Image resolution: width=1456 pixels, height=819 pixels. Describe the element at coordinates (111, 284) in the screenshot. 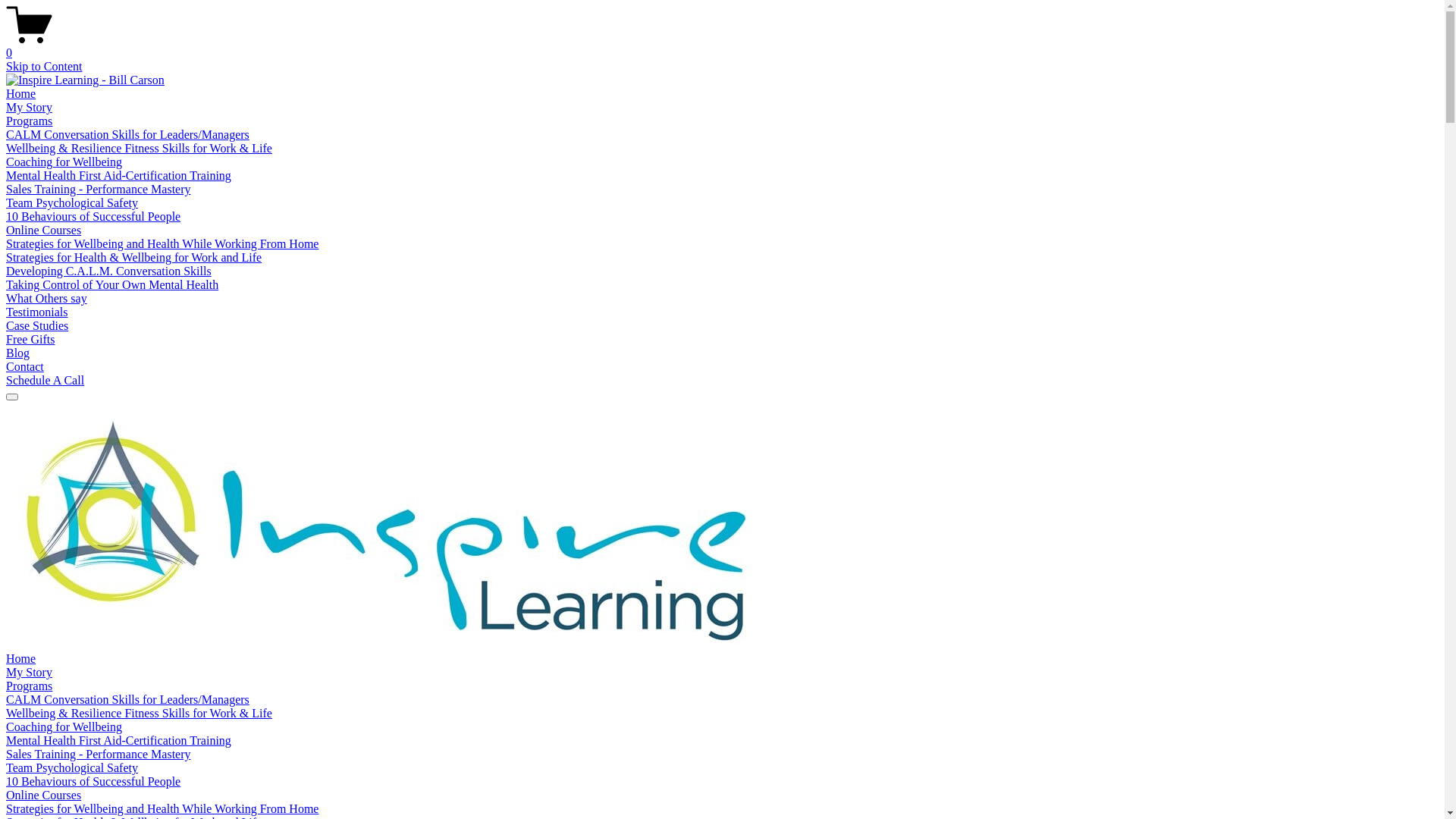

I see `'Taking Control of Your Own Mental Health'` at that location.